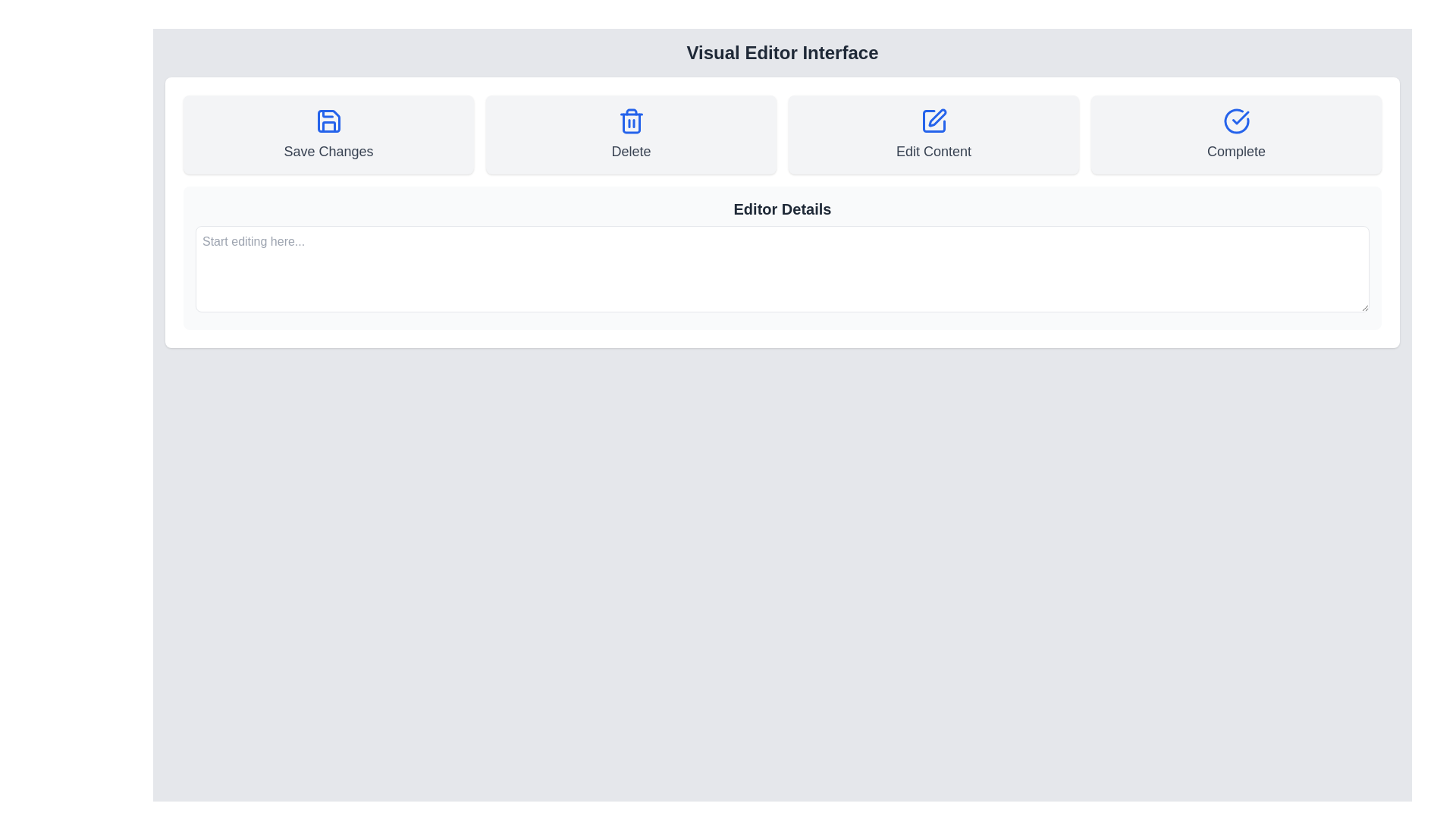  What do you see at coordinates (631, 122) in the screenshot?
I see `the trash can icon, which is part of the 'Delete' button` at bounding box center [631, 122].